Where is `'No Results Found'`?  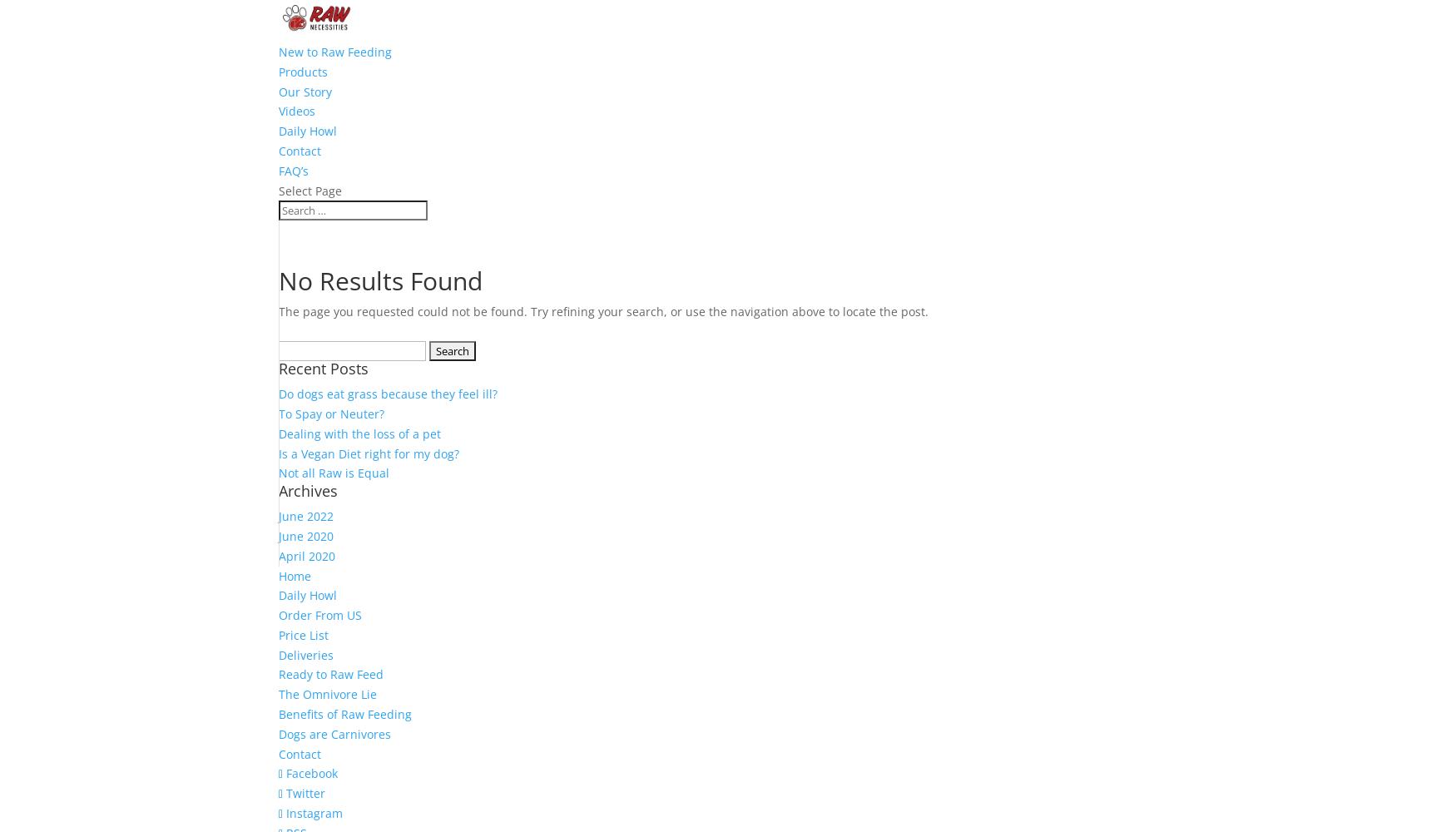 'No Results Found' is located at coordinates (380, 280).